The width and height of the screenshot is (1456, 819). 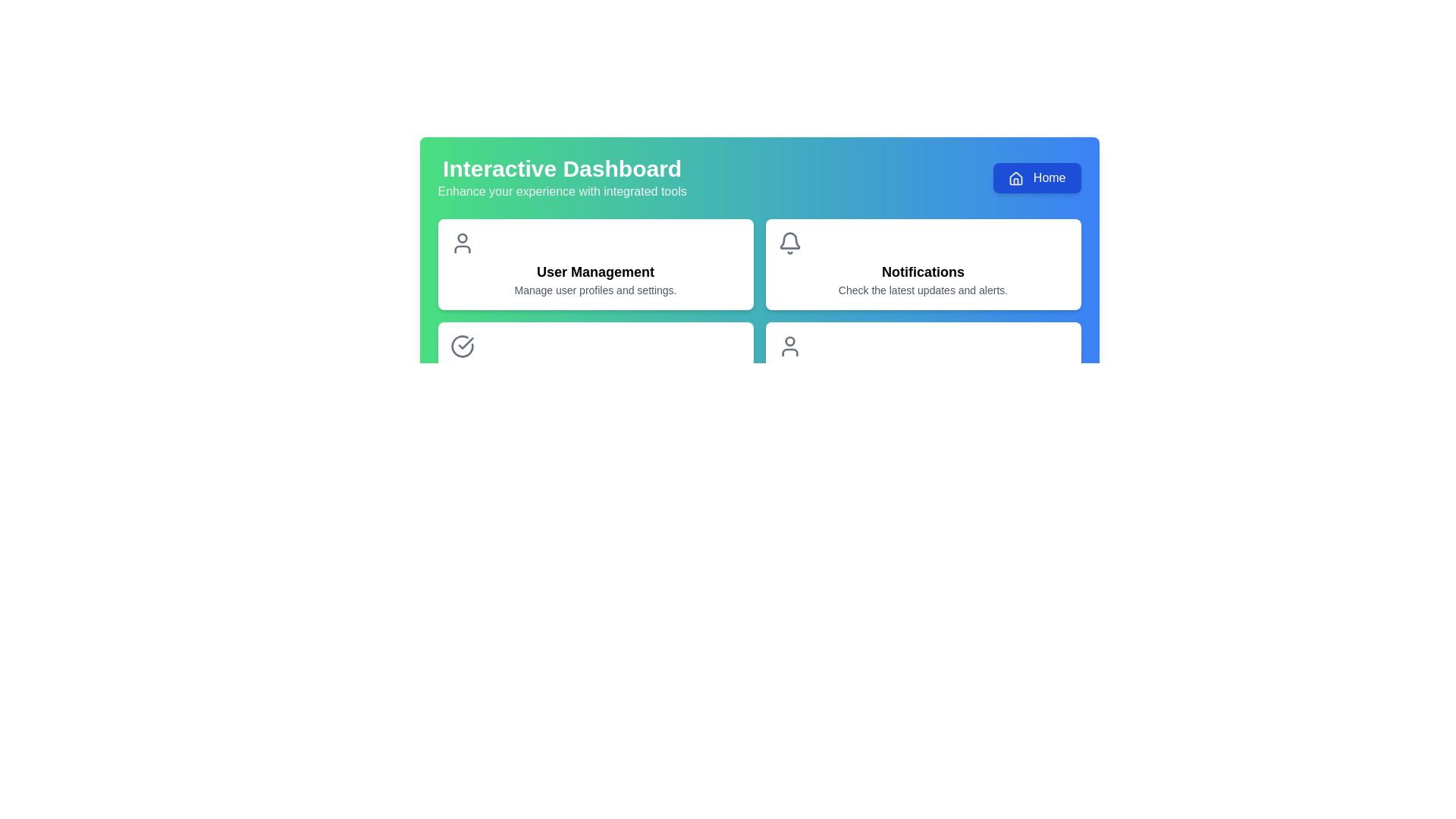 I want to click on the 'Home' icon located in the top-right corner of the interface, so click(x=1016, y=177).